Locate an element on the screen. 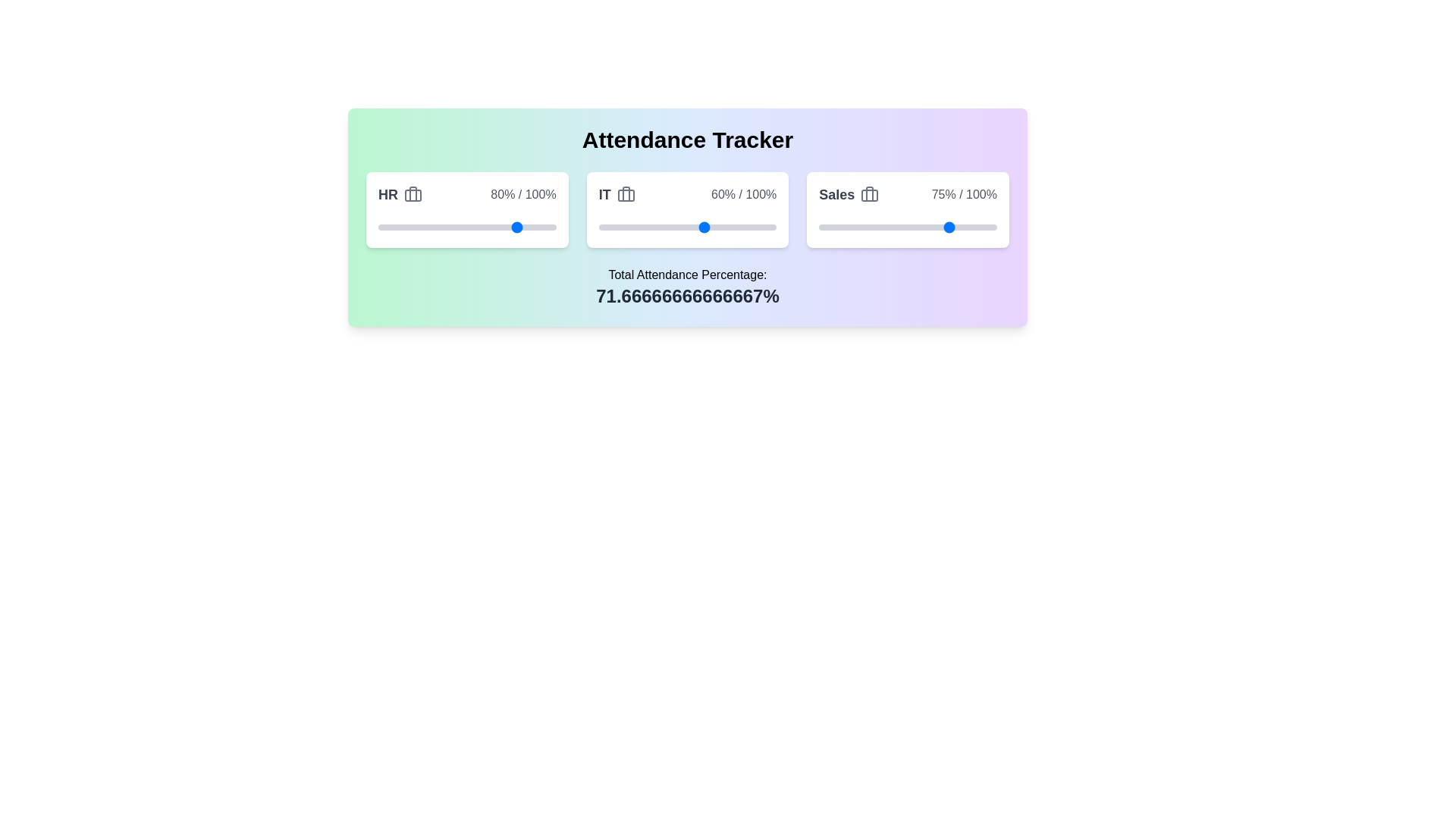 The image size is (1456, 819). the content block titled 'Sales' which has a white background and a progress indicator is located at coordinates (908, 210).